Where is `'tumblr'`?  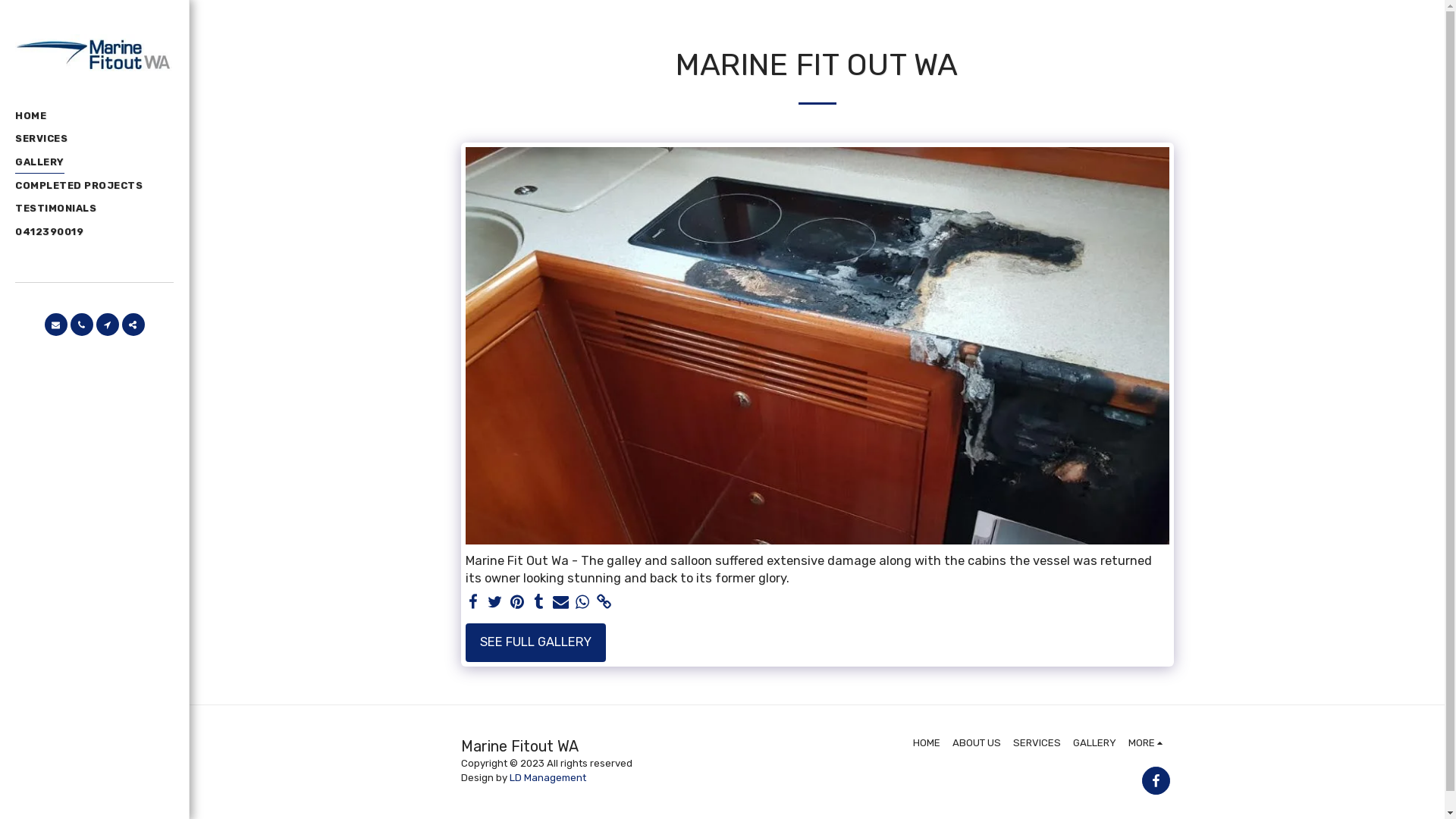
'tumblr' is located at coordinates (538, 601).